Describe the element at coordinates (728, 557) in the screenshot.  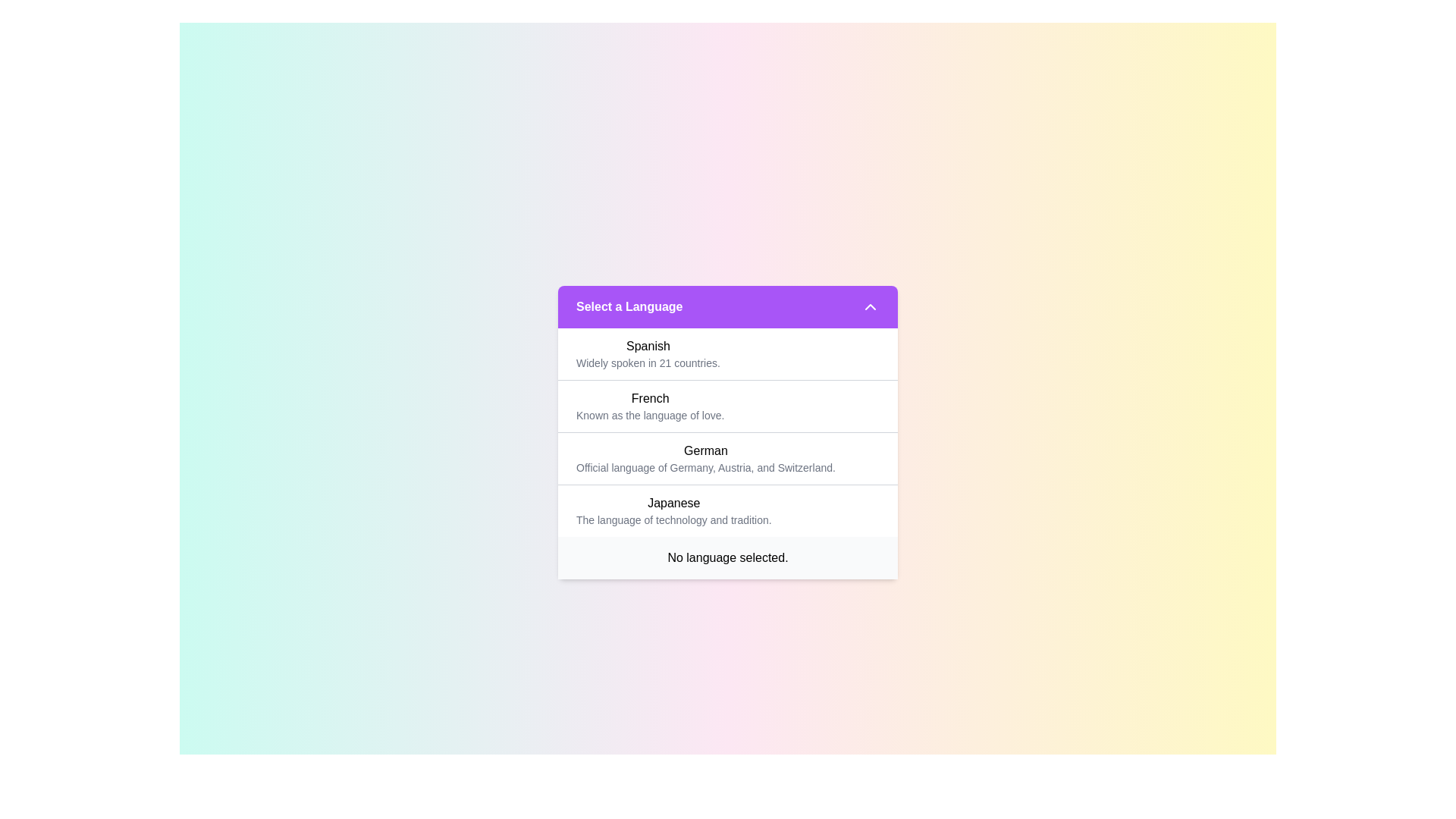
I see `the informational text that displays 'No language selected.' at the bottom of the 'Select a Language' dropdown panel` at that location.